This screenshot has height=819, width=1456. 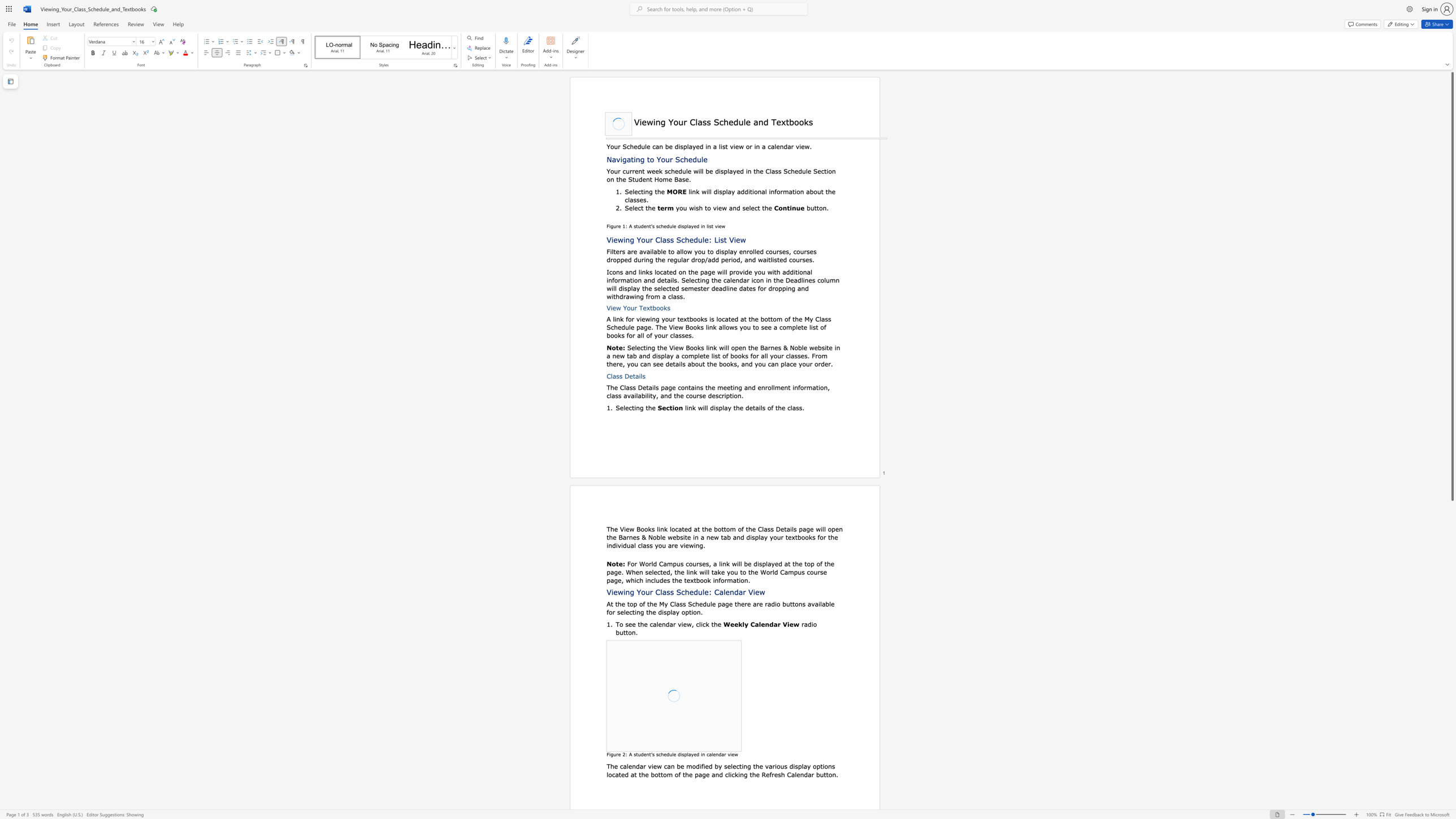 What do you see at coordinates (1451, 660) in the screenshot?
I see `the scrollbar to move the page downward` at bounding box center [1451, 660].